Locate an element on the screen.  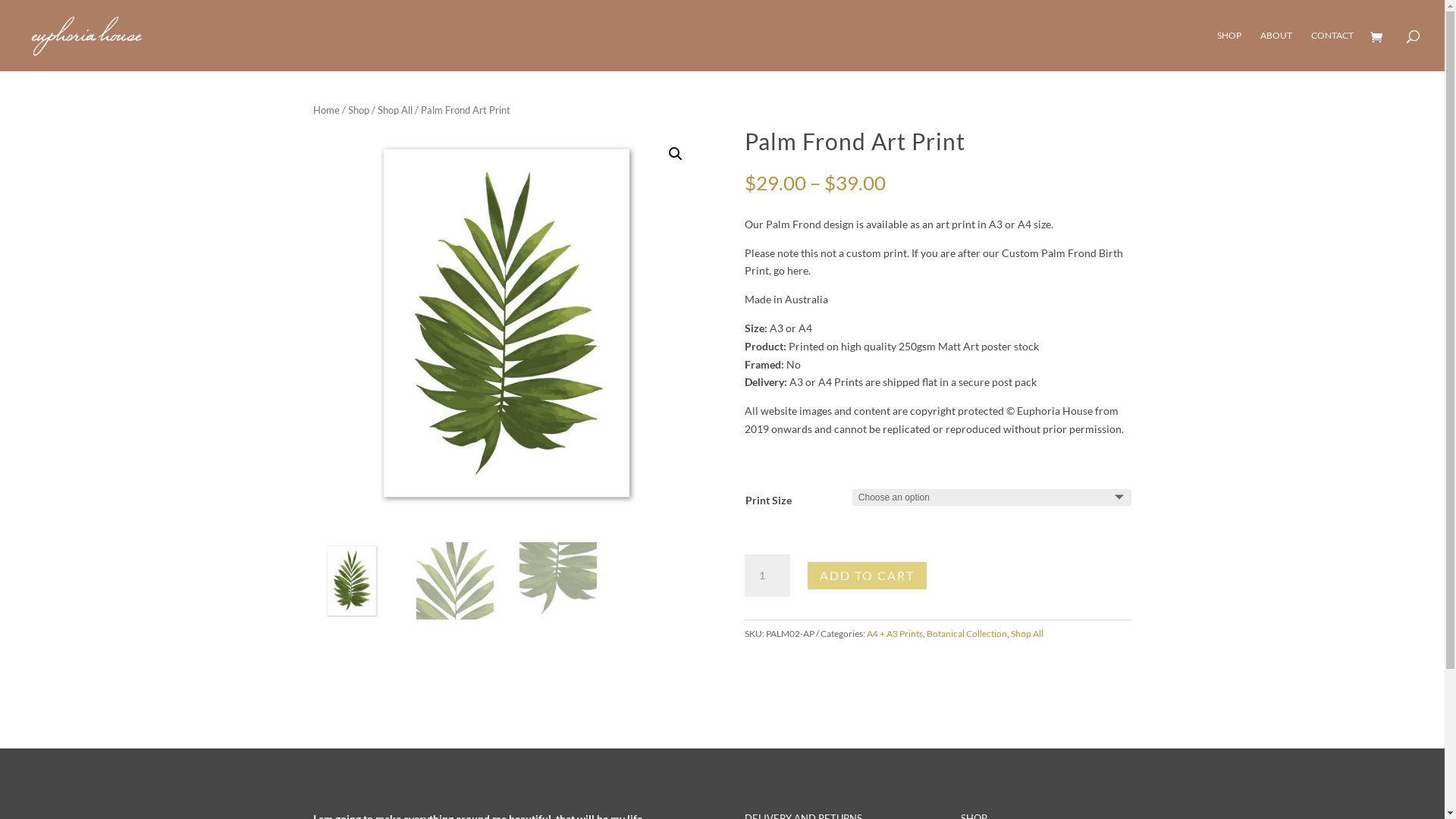
'CONTACT' is located at coordinates (1331, 49).